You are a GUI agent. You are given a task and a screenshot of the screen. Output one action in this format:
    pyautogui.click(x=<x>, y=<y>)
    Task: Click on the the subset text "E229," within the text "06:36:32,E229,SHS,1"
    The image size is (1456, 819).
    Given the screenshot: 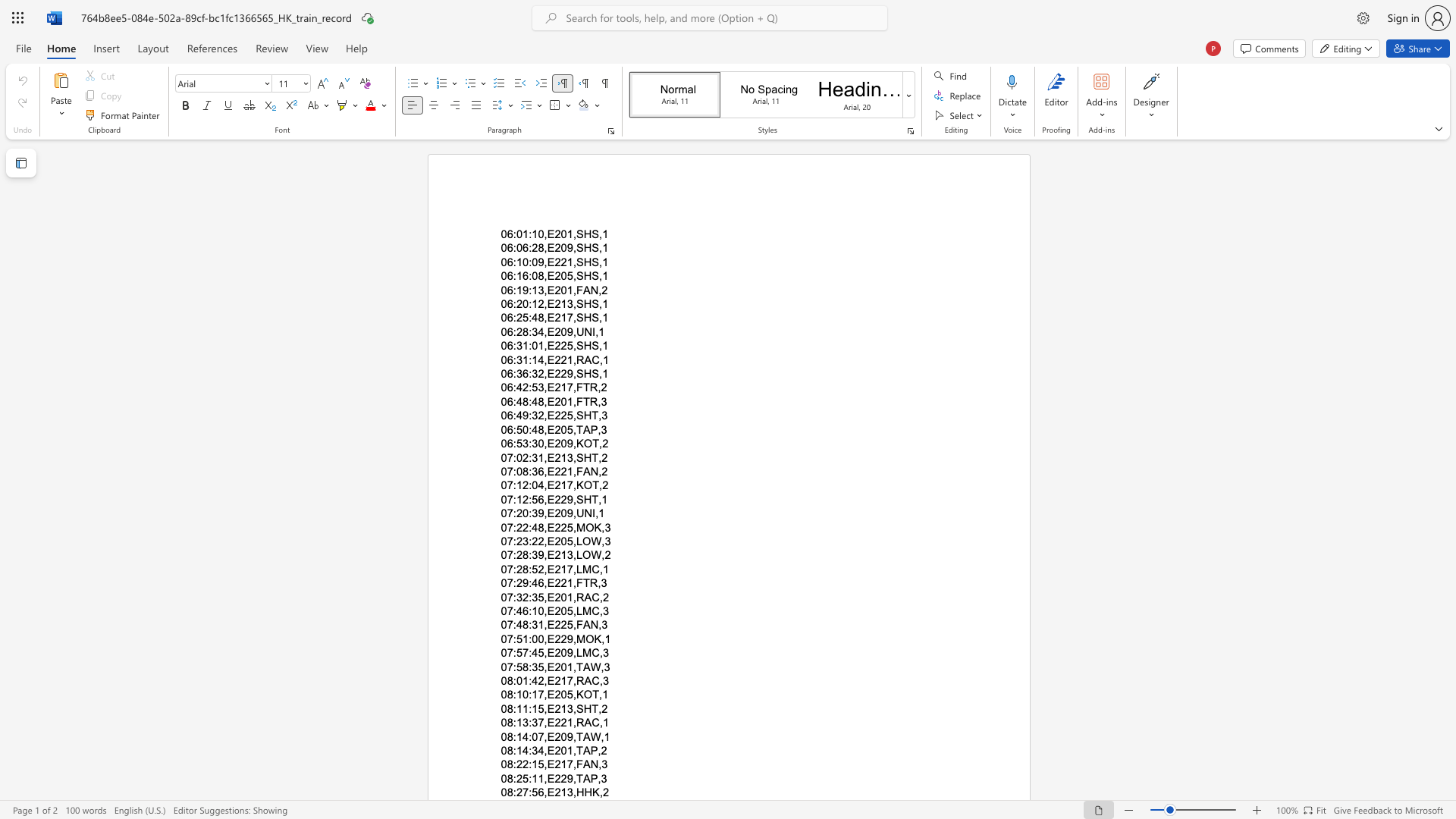 What is the action you would take?
    pyautogui.click(x=546, y=374)
    